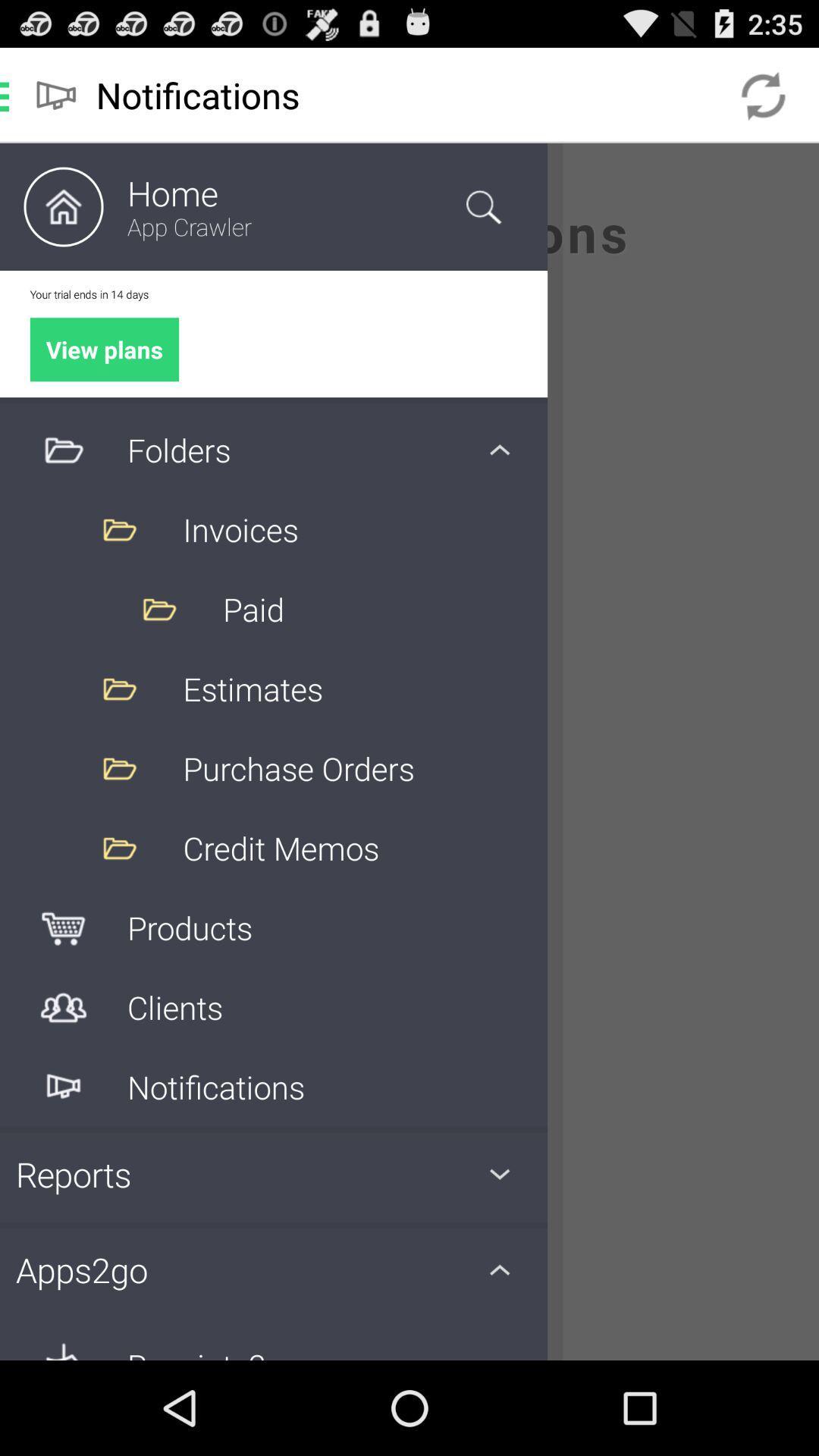 The image size is (819, 1456). I want to click on the home icon, so click(63, 221).